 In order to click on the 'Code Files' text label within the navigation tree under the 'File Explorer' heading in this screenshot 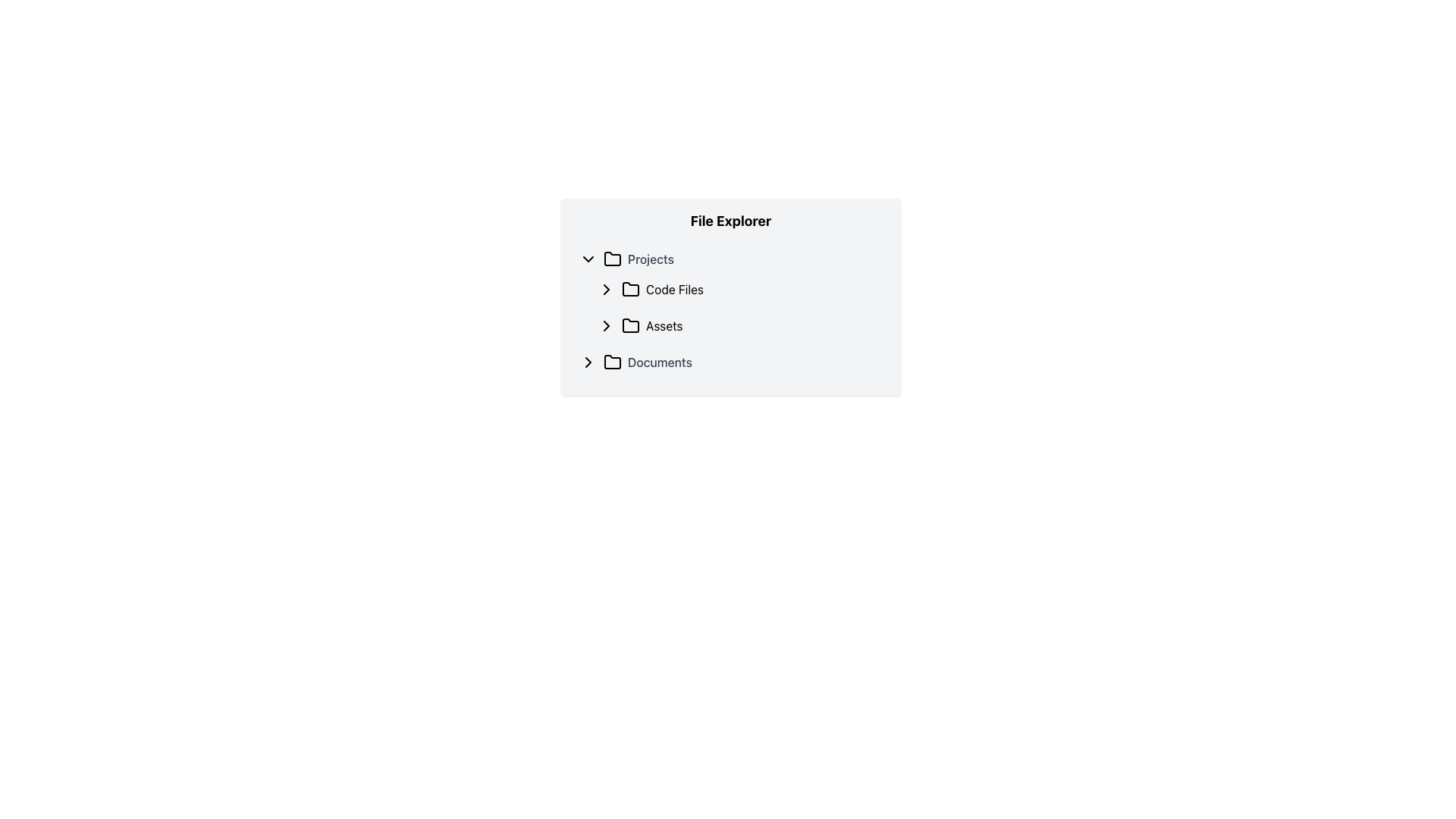, I will do `click(673, 289)`.